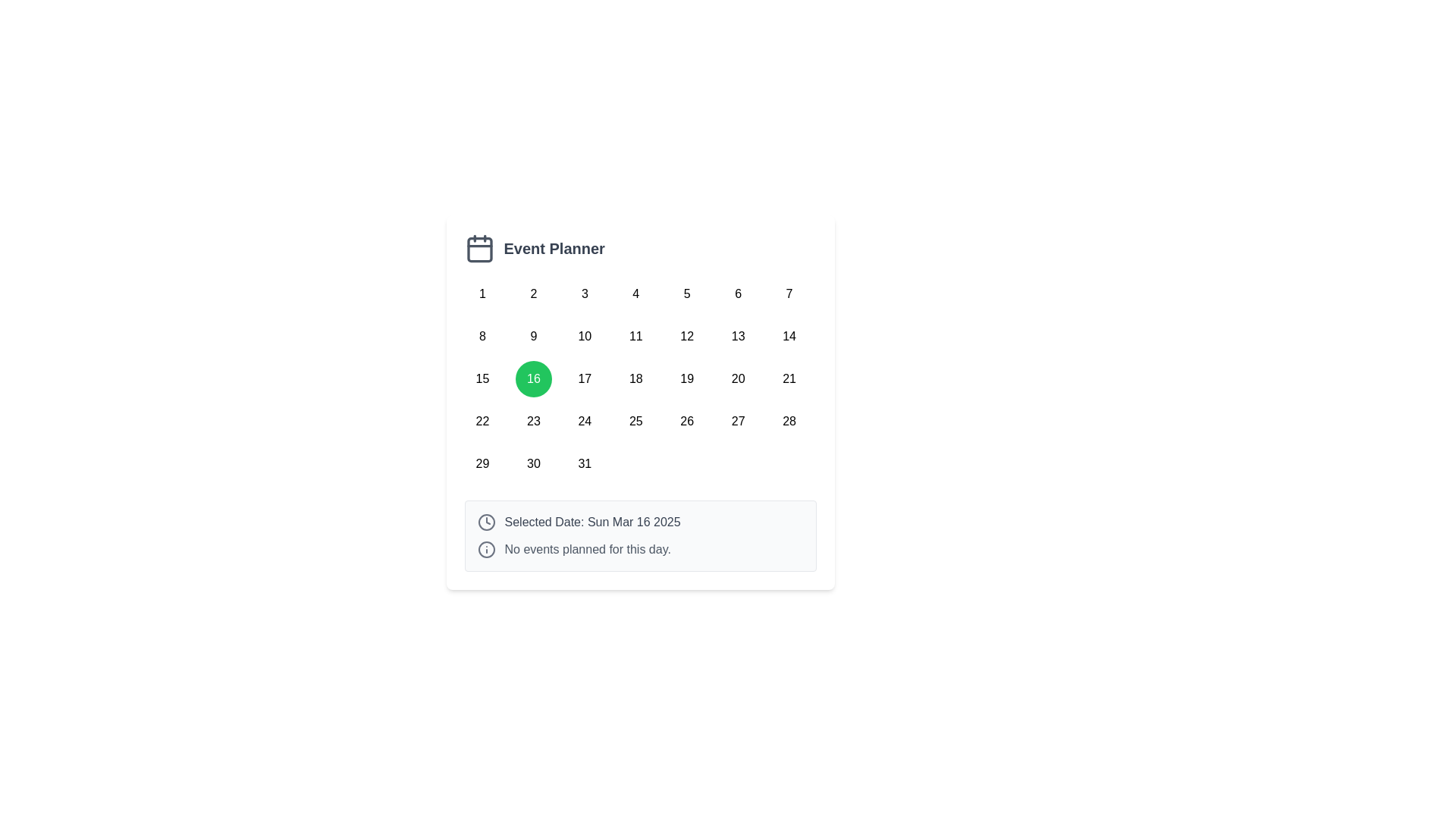  What do you see at coordinates (738, 421) in the screenshot?
I see `the calendar date button representing the 27th day of the month, located in the bottom-right area of the calendar grid, specifically the fifth column of the last row` at bounding box center [738, 421].